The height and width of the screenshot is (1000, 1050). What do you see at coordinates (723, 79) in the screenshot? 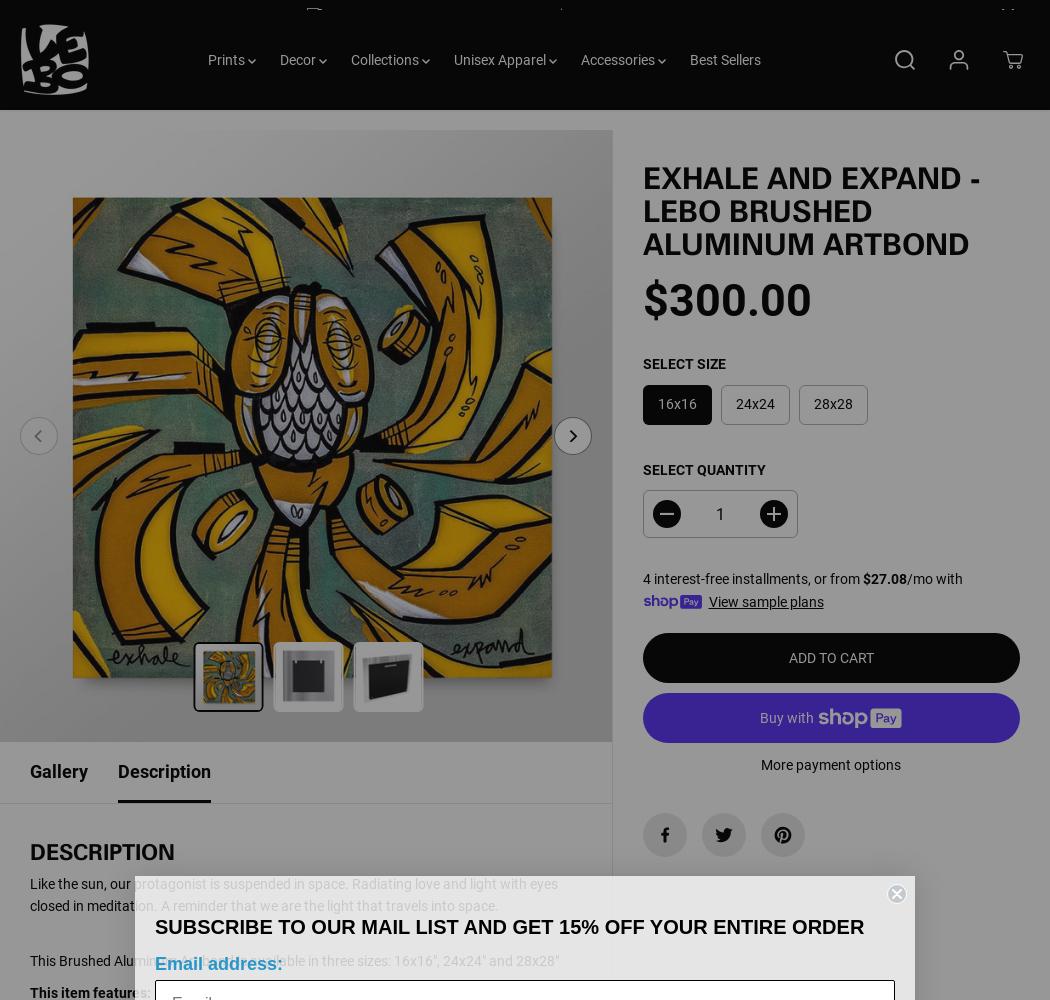
I see `'Best Sellers'` at bounding box center [723, 79].